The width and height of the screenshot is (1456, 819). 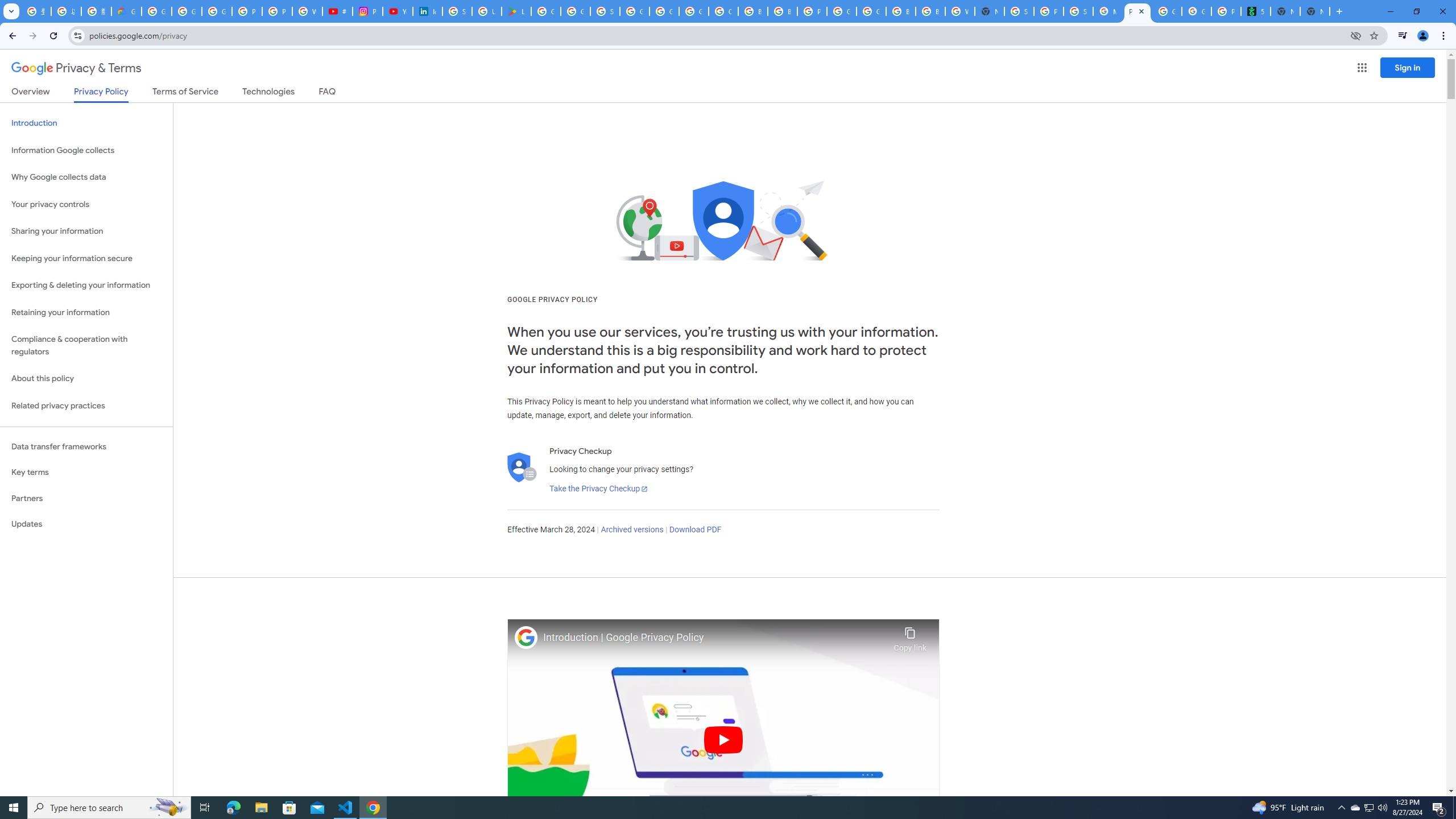 I want to click on 'Copy link', so click(x=909, y=636).